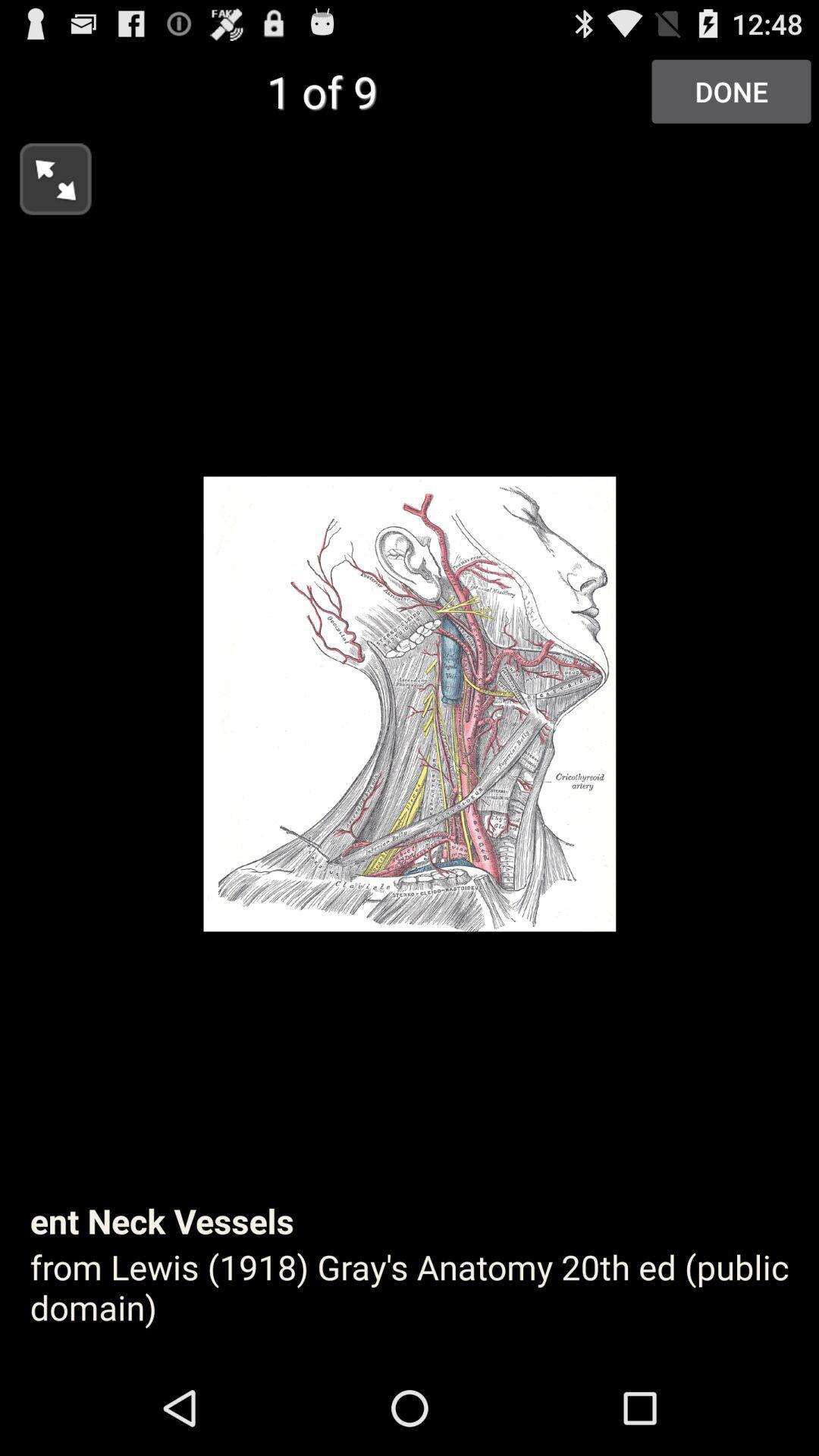 The height and width of the screenshot is (1456, 819). What do you see at coordinates (730, 90) in the screenshot?
I see `the icon next to 1 of 9 icon` at bounding box center [730, 90].